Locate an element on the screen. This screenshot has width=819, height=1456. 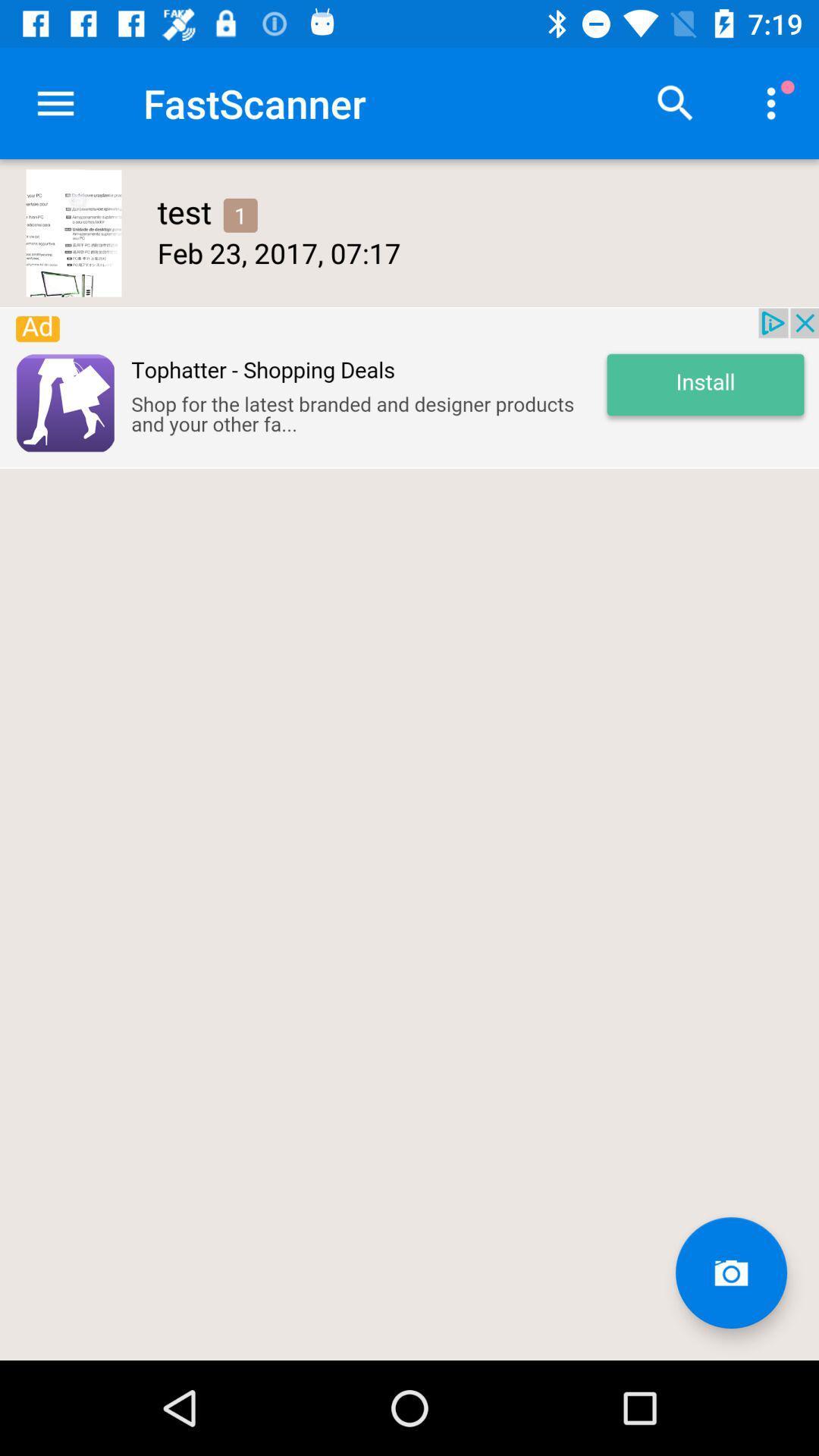
menu is located at coordinates (55, 102).